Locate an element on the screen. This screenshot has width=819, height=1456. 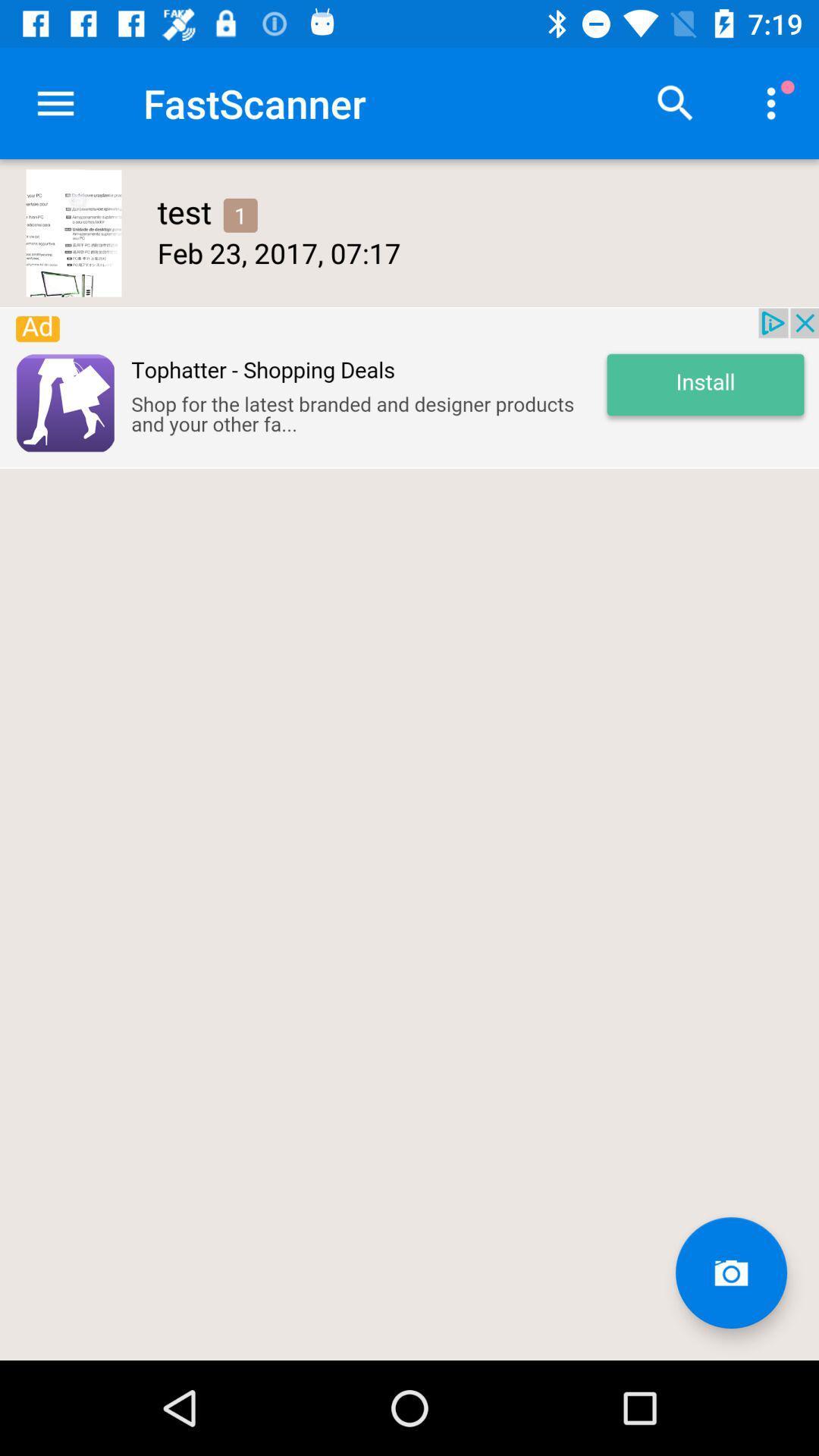
menu is located at coordinates (55, 102).